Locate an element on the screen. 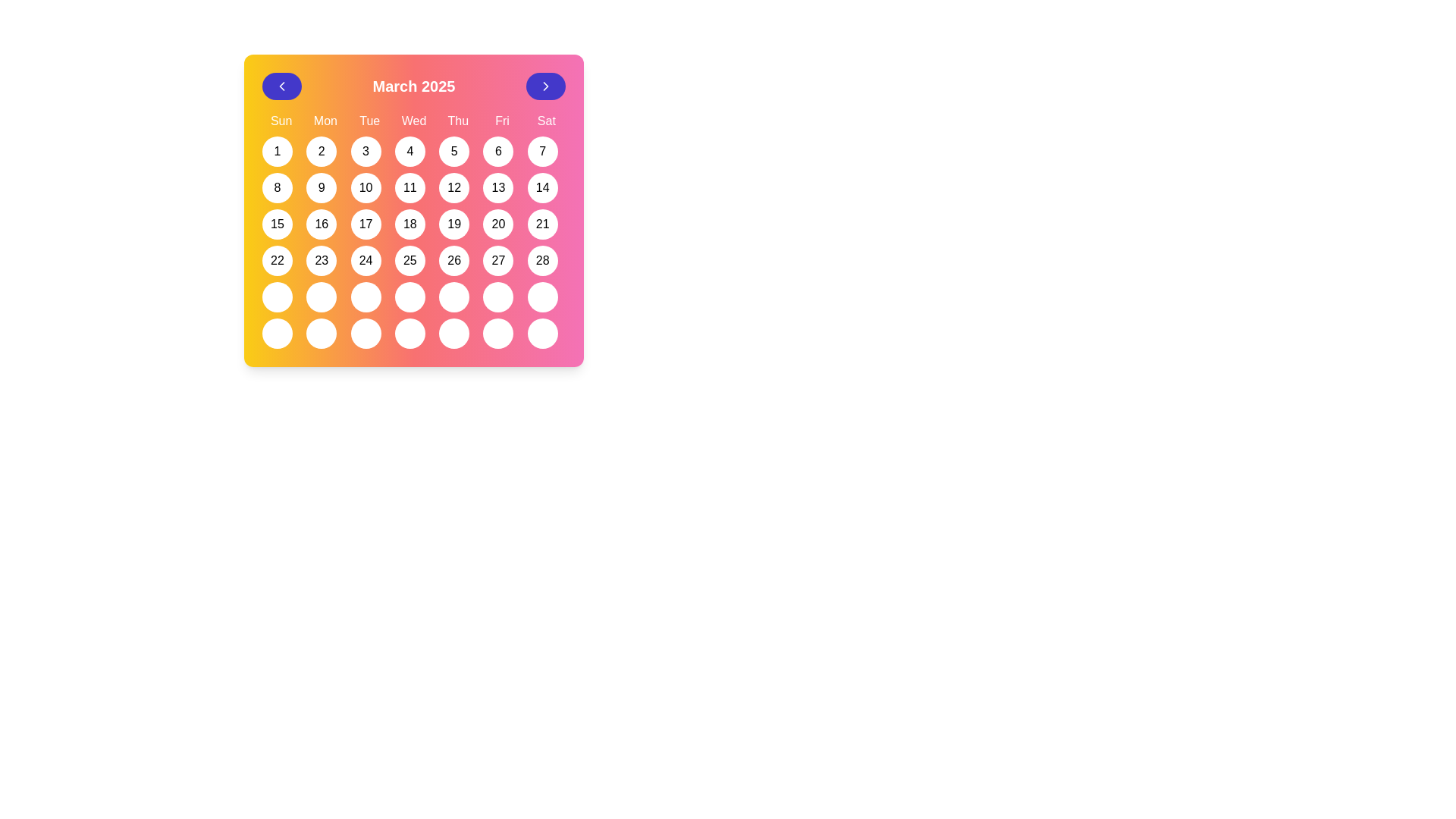  the circular button with a white background and the number '15' in bold black text is located at coordinates (277, 224).